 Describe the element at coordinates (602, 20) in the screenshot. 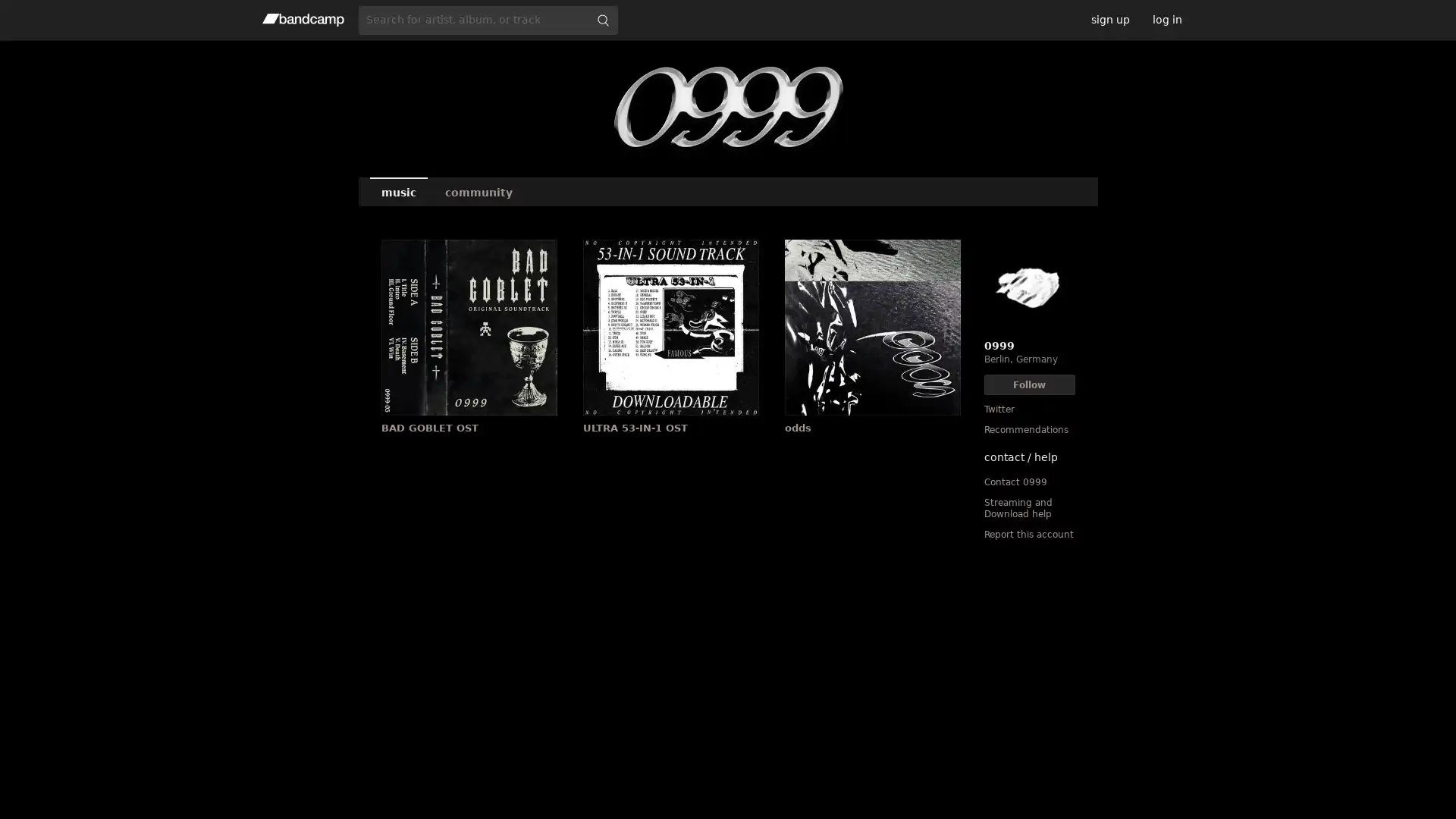

I see `submit for full search page` at that location.